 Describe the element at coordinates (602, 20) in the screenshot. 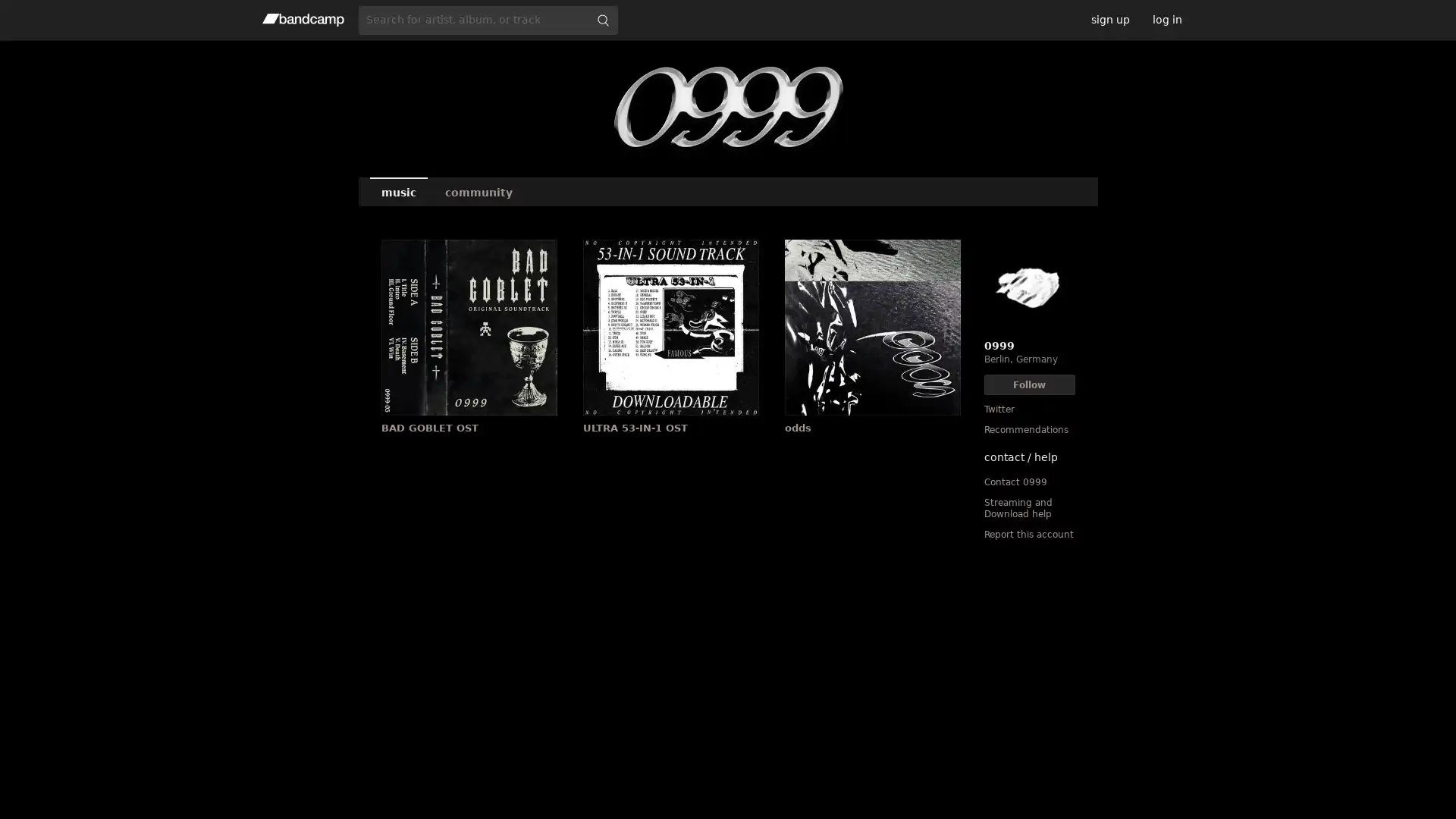

I see `submit for full search page` at that location.